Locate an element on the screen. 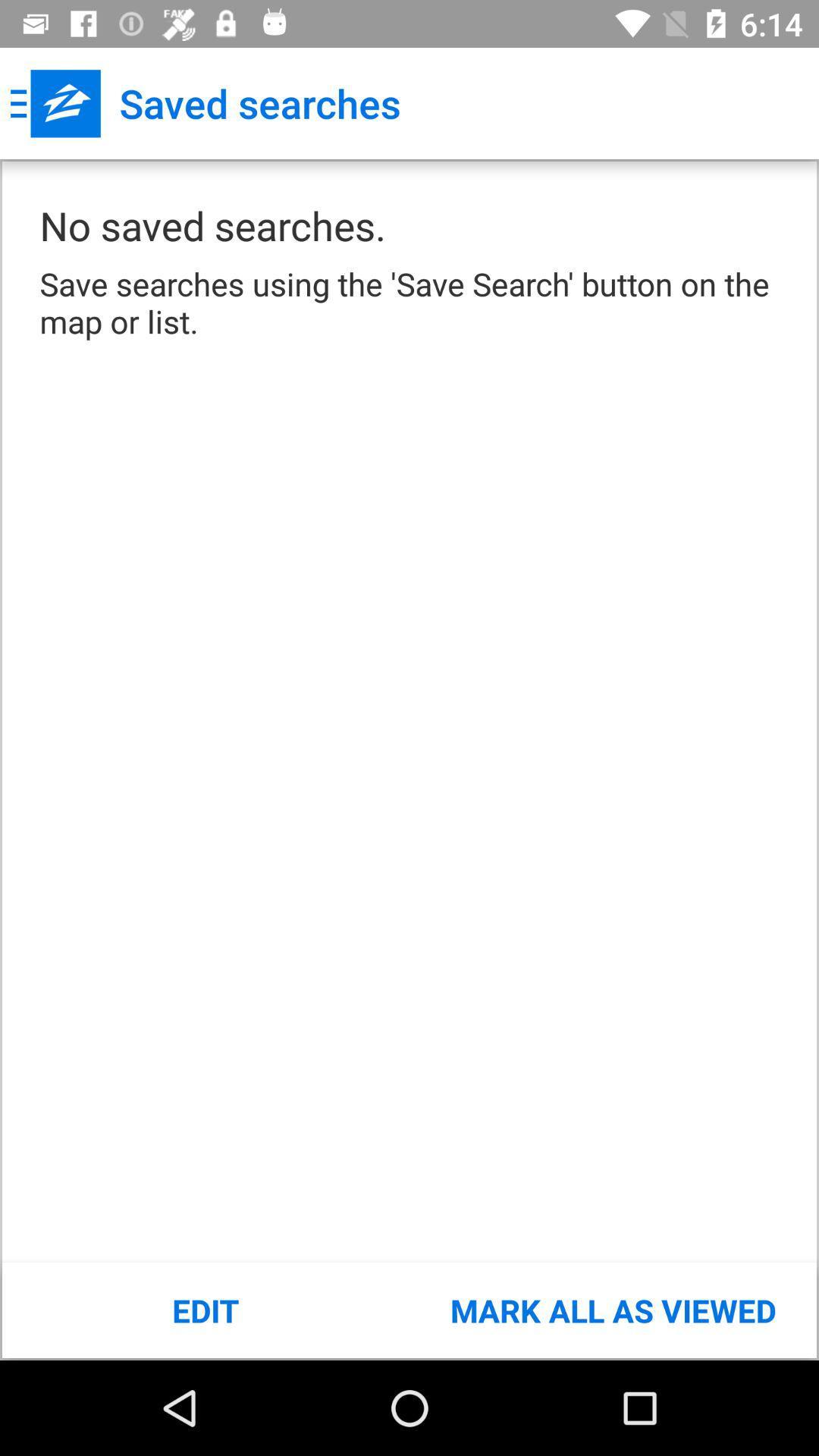 The height and width of the screenshot is (1456, 819). app next to saved searches app is located at coordinates (55, 102).